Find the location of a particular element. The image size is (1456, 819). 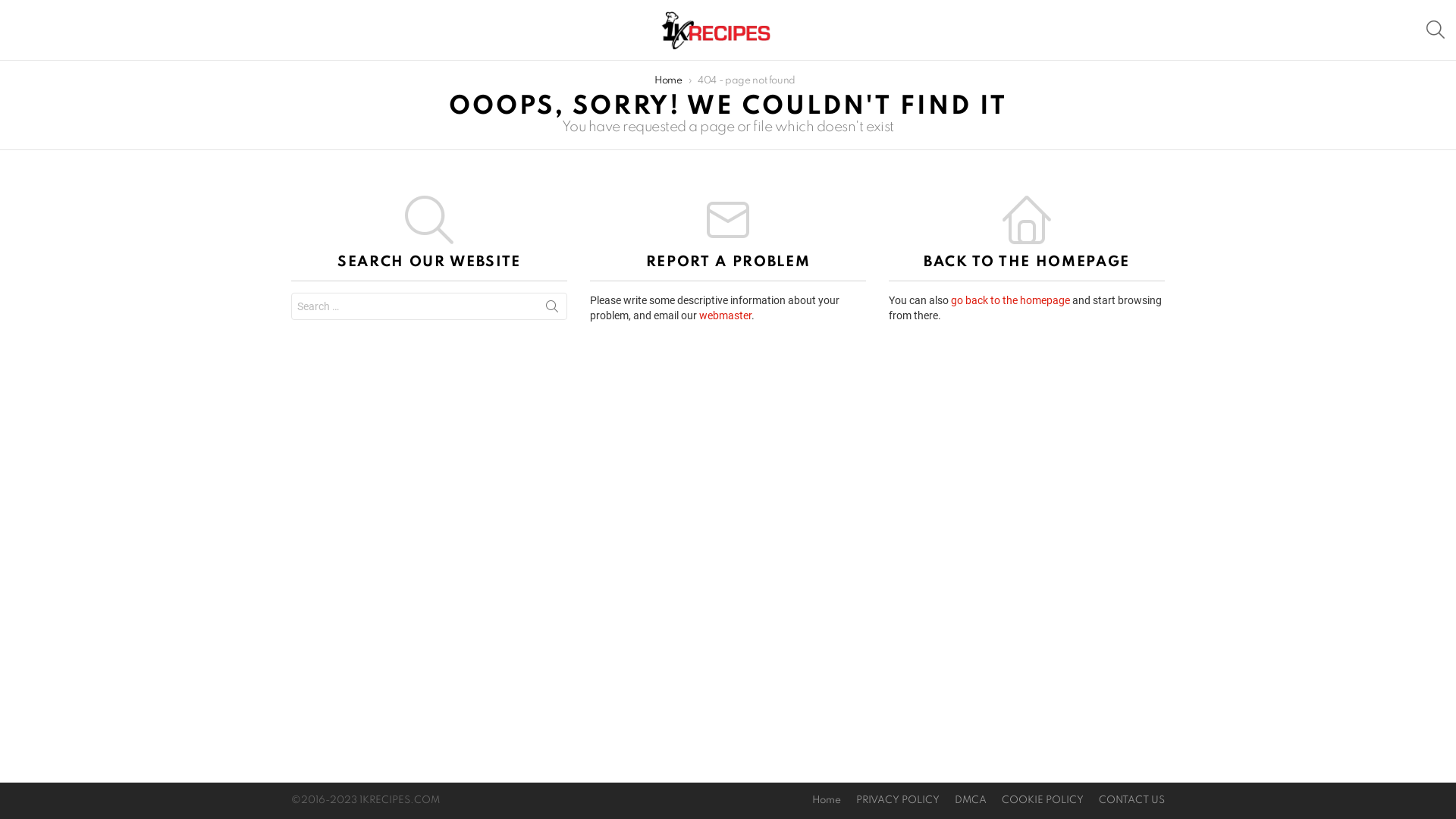

'Home' is located at coordinates (667, 80).